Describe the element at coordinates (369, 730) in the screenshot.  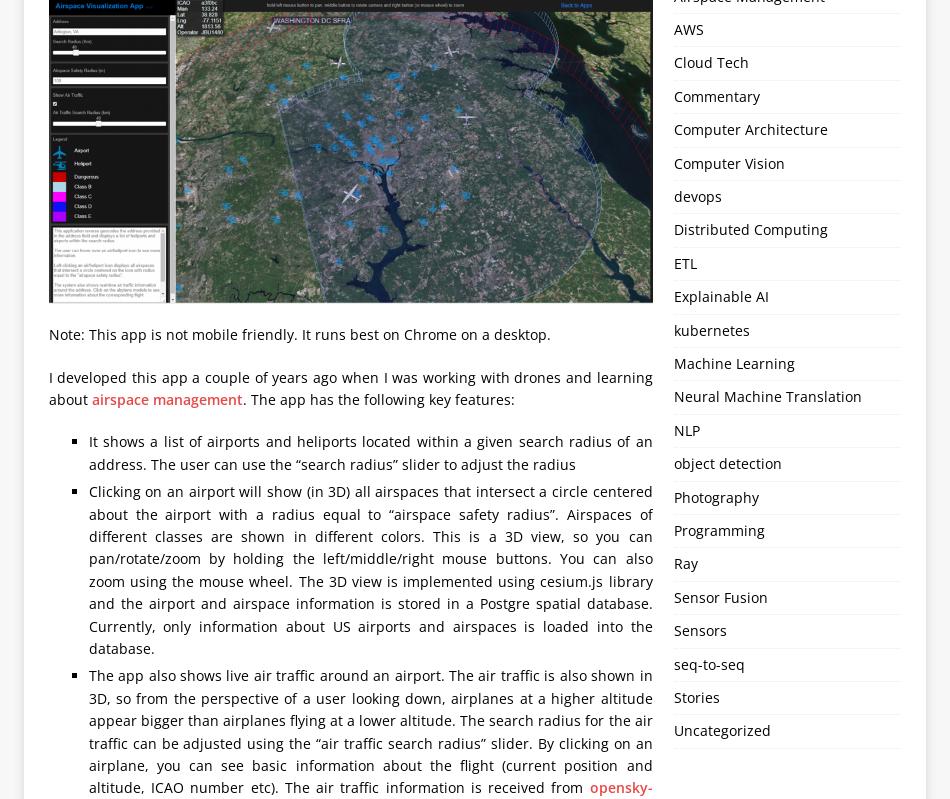
I see `'The app also shows live air traffic around an airport. The air traffic is also shown in 3D, so from the perspective of a user looking down, airplanes at a higher altitude appear bigger than airplanes flying at a lower altitude. The search radius for the air traffic can be adjusted using the “air traffic search radius” slider. By clicking on an airplane, you can see basic information about the flight (current position and altitude, ICAO number etc). The air traffic information is received from'` at that location.